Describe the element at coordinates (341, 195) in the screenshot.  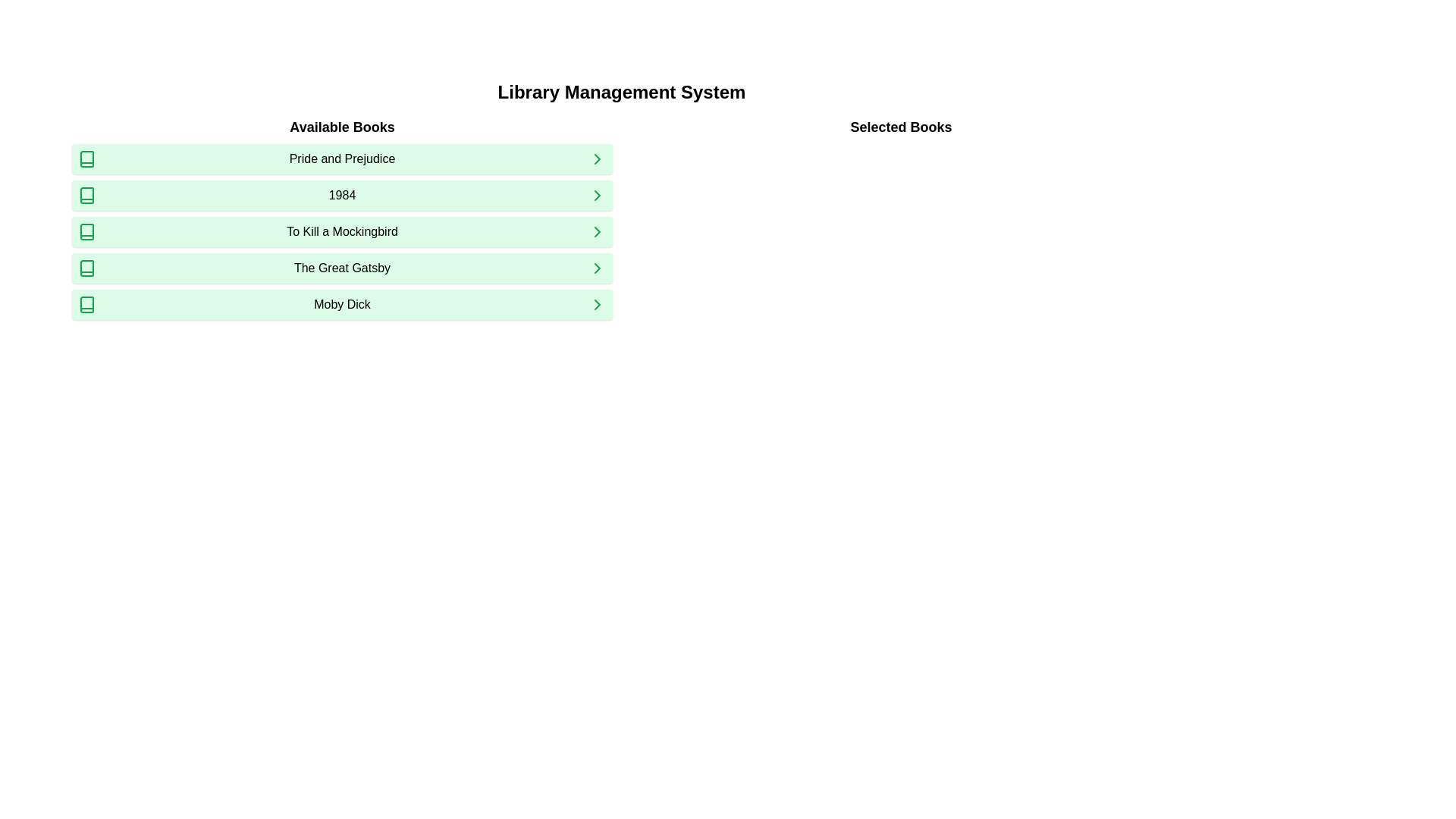
I see `to select the list item with the text '1984', which is styled with a light green background and includes a green book icon on the left and a right-facing chevron on the right` at that location.